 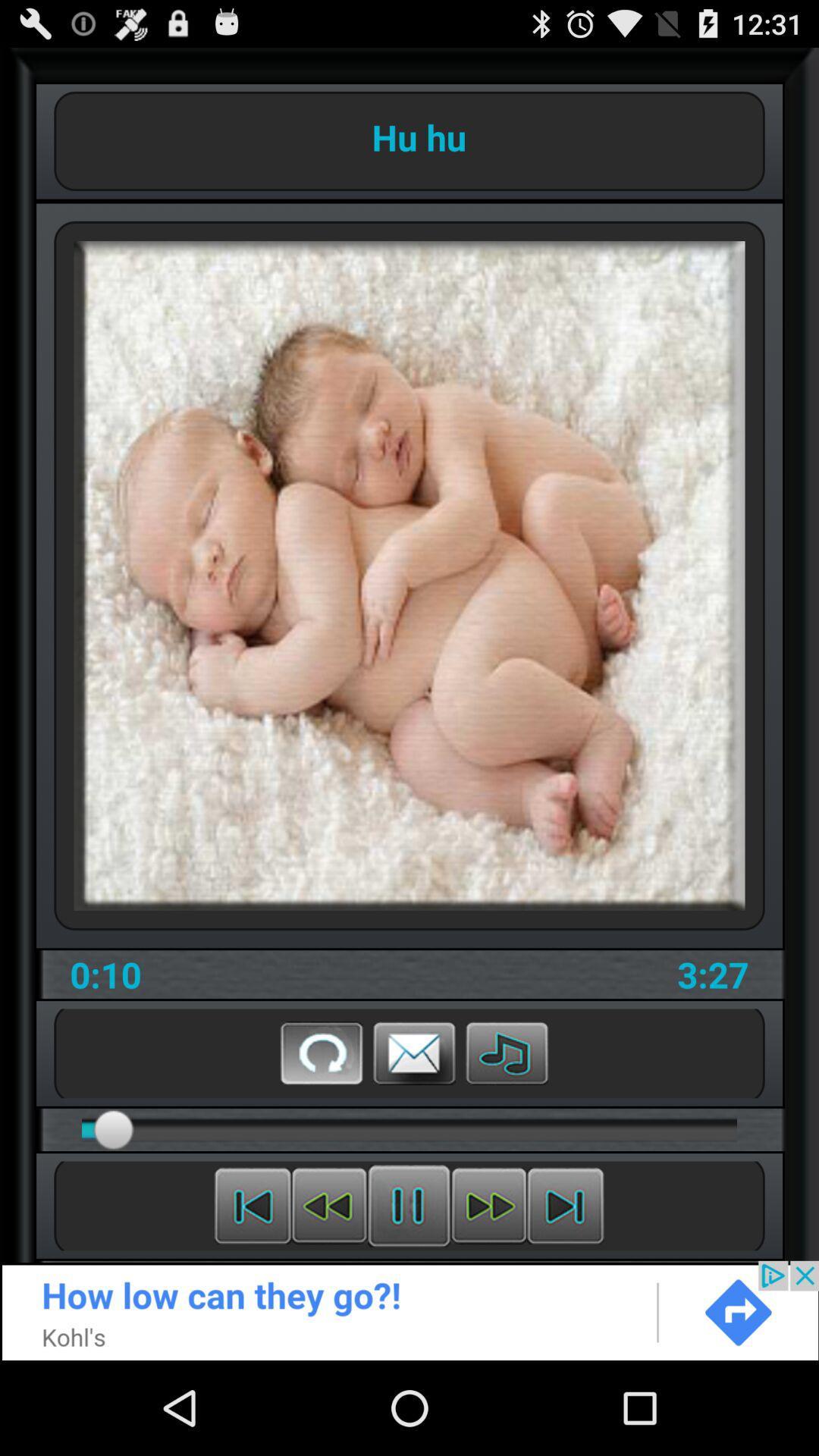 What do you see at coordinates (328, 1205) in the screenshot?
I see `rewind` at bounding box center [328, 1205].